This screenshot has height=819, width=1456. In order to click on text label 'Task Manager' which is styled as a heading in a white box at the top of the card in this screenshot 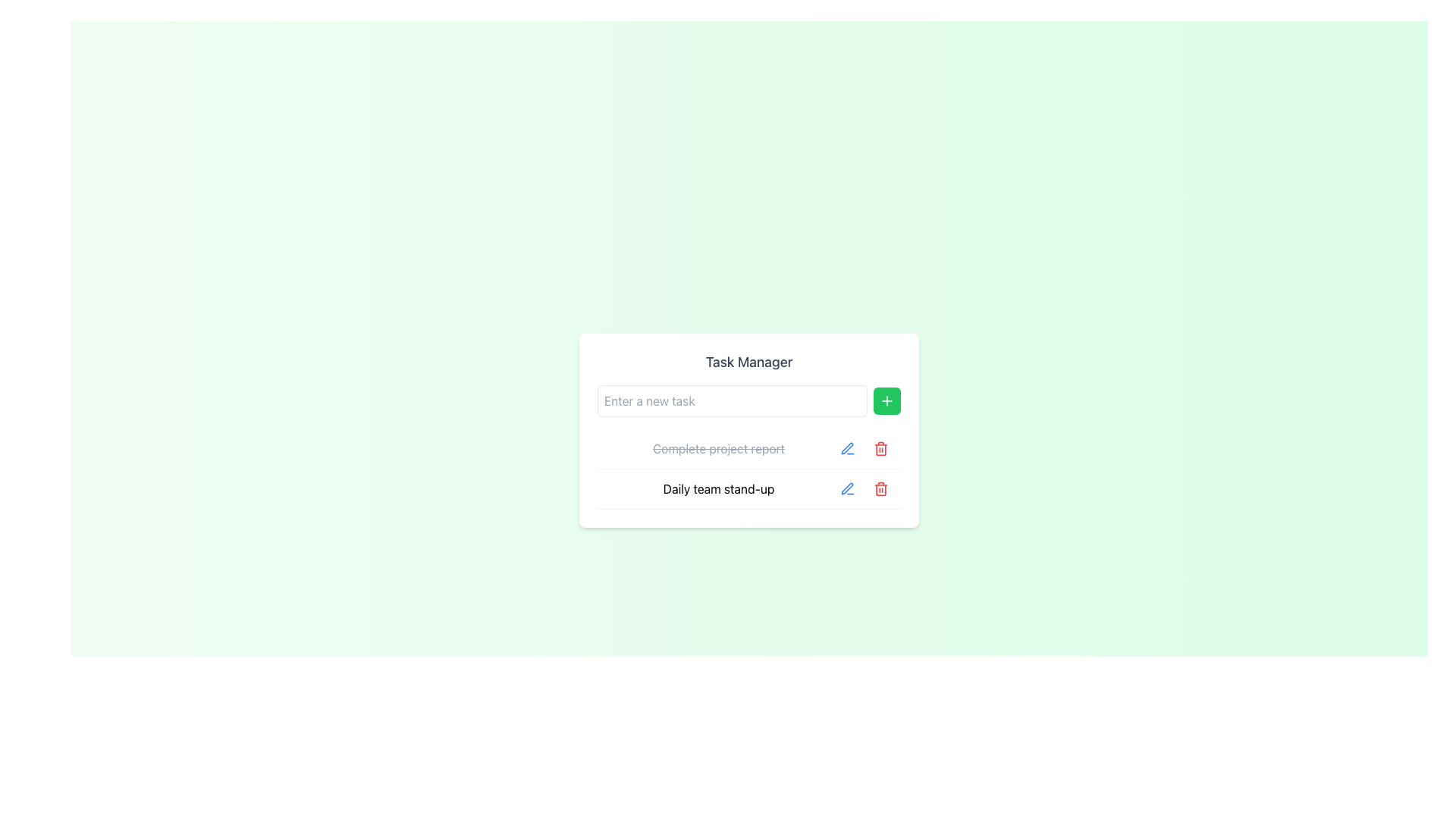, I will do `click(749, 362)`.